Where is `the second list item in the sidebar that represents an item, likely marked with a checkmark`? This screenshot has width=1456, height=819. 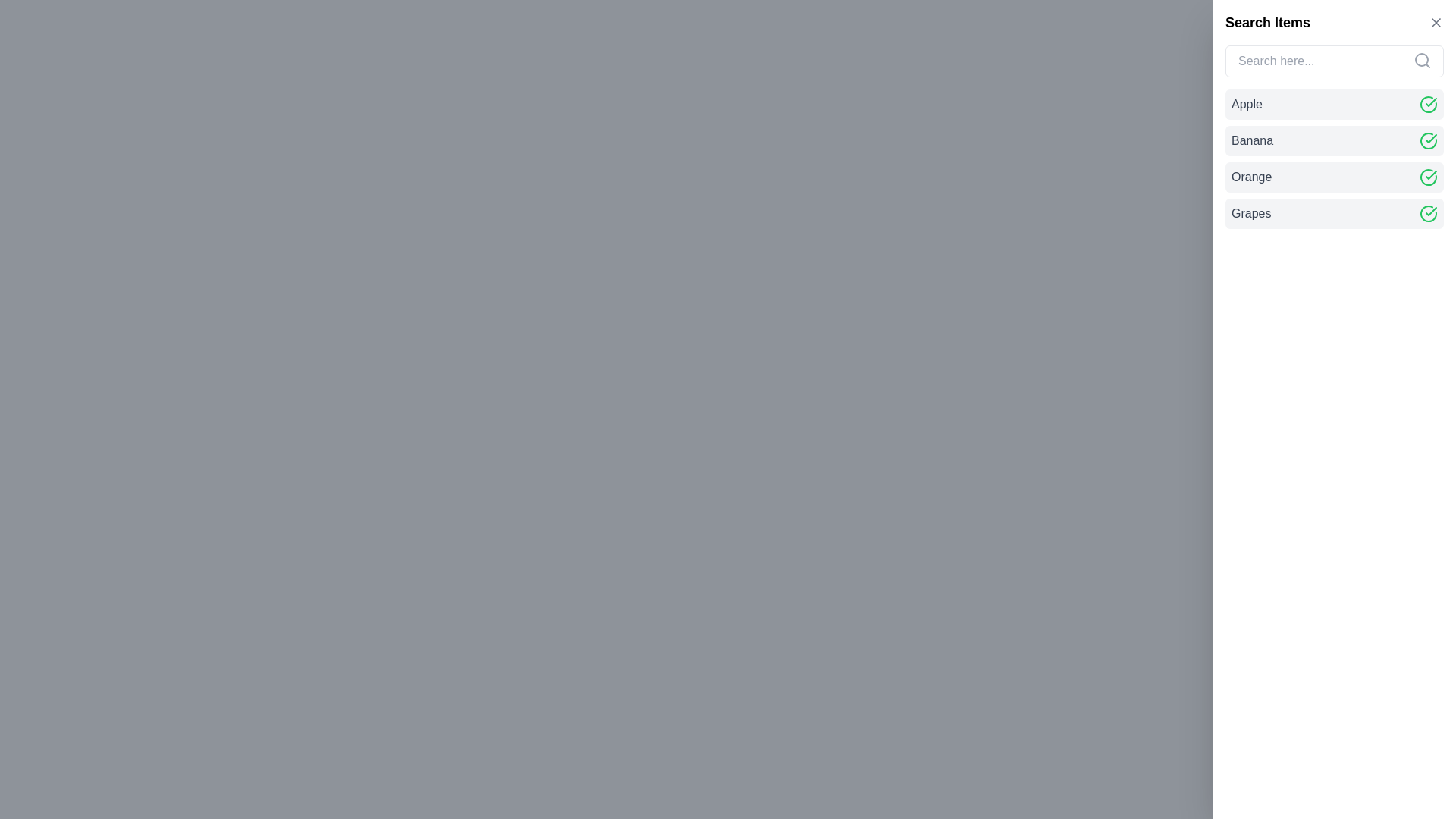 the second list item in the sidebar that represents an item, likely marked with a checkmark is located at coordinates (1335, 140).